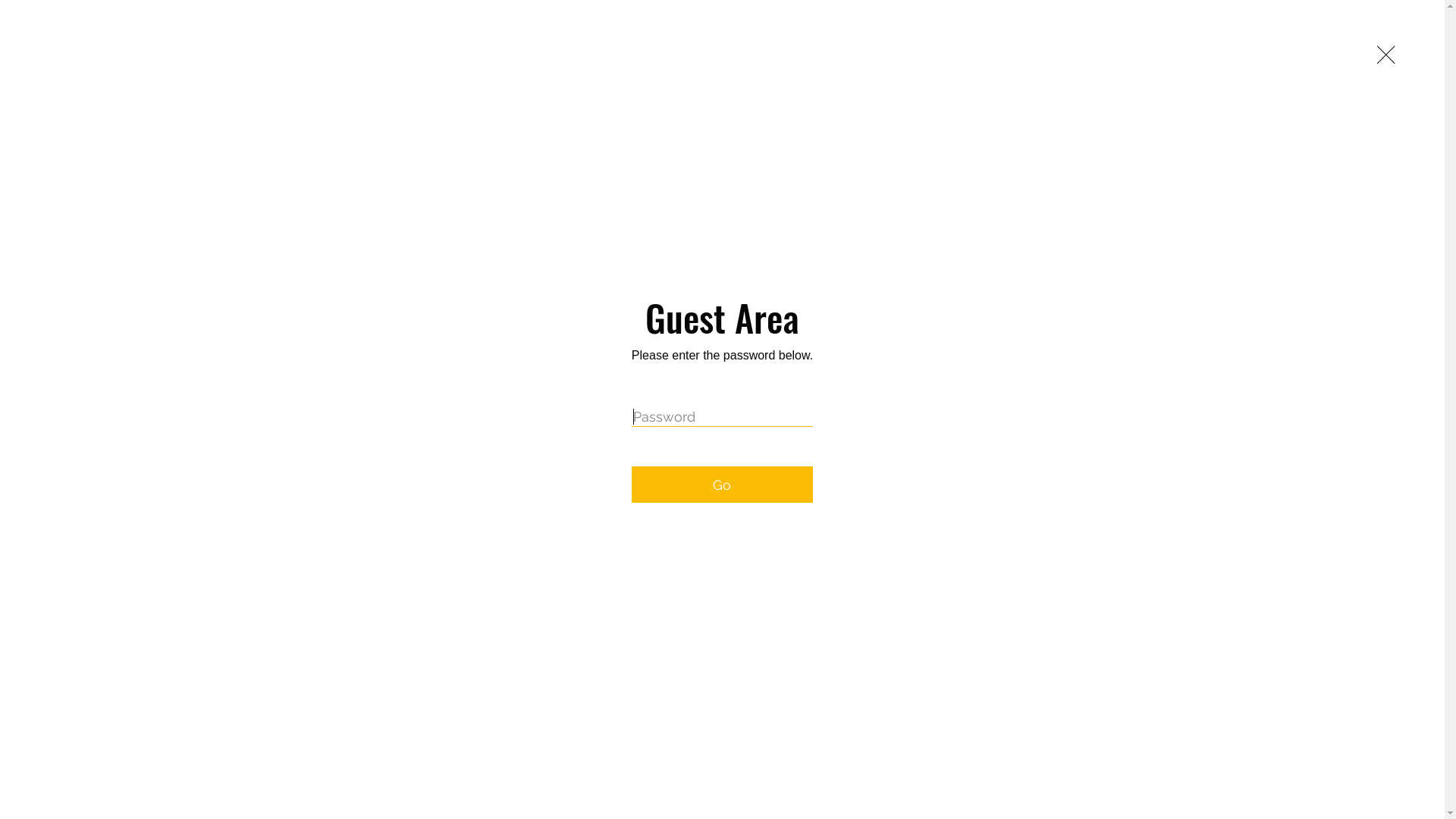  I want to click on 'Go', so click(721, 485).